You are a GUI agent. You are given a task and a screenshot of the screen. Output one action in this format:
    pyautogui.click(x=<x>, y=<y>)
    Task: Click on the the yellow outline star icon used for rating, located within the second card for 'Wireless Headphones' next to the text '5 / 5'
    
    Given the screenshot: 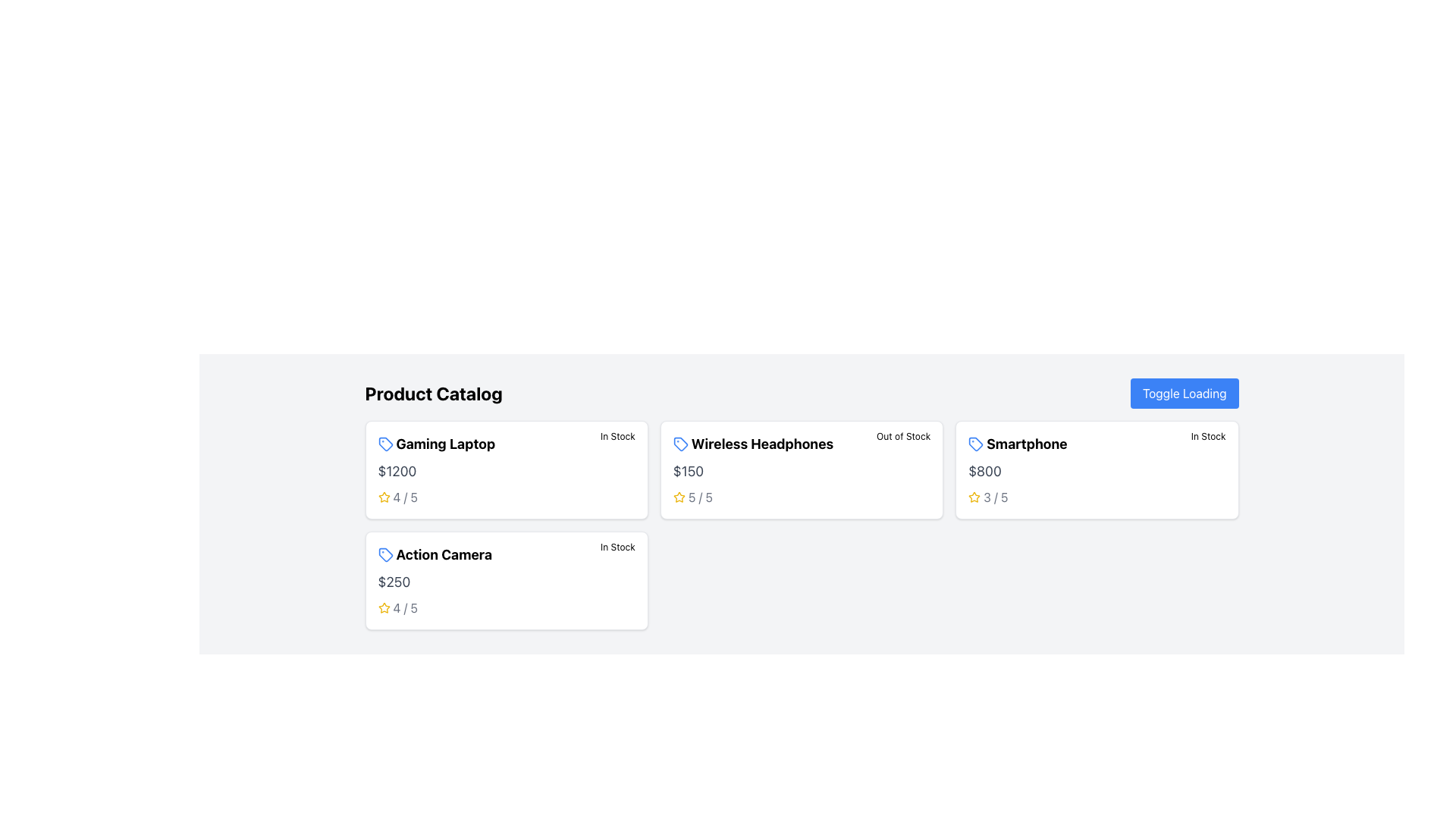 What is the action you would take?
    pyautogui.click(x=678, y=497)
    